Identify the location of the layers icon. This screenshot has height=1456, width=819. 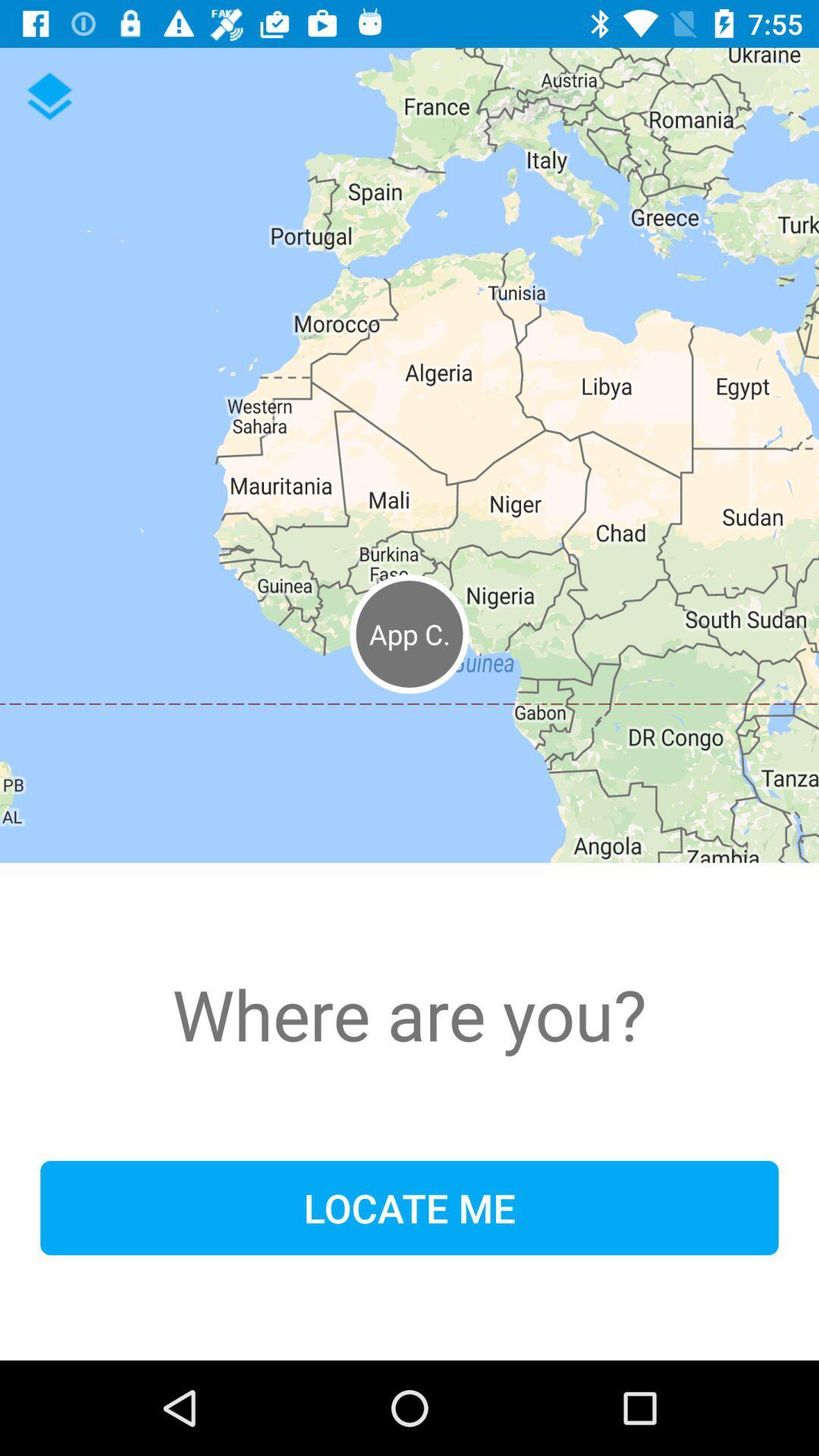
(49, 96).